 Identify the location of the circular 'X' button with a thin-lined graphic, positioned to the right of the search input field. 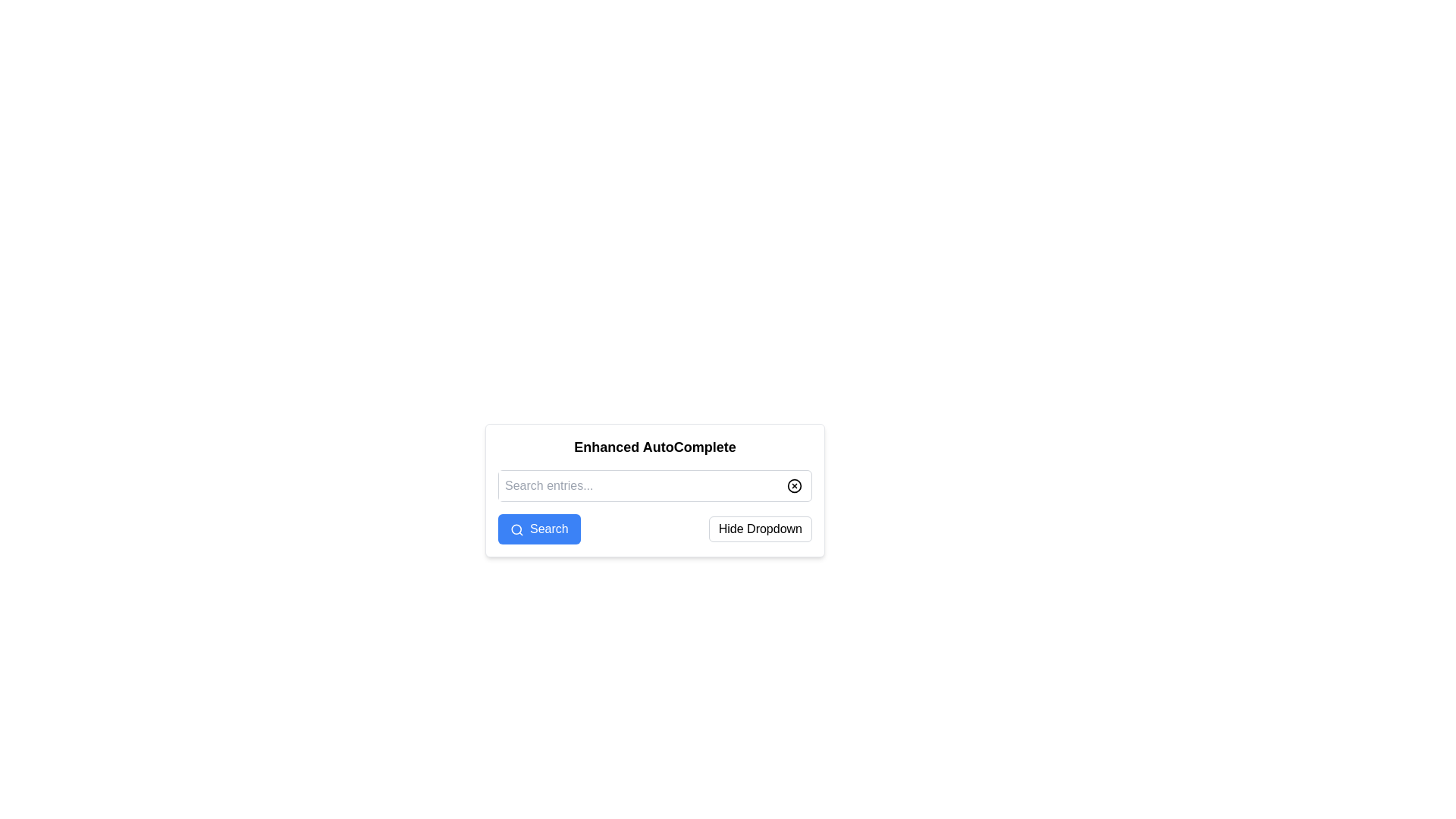
(793, 485).